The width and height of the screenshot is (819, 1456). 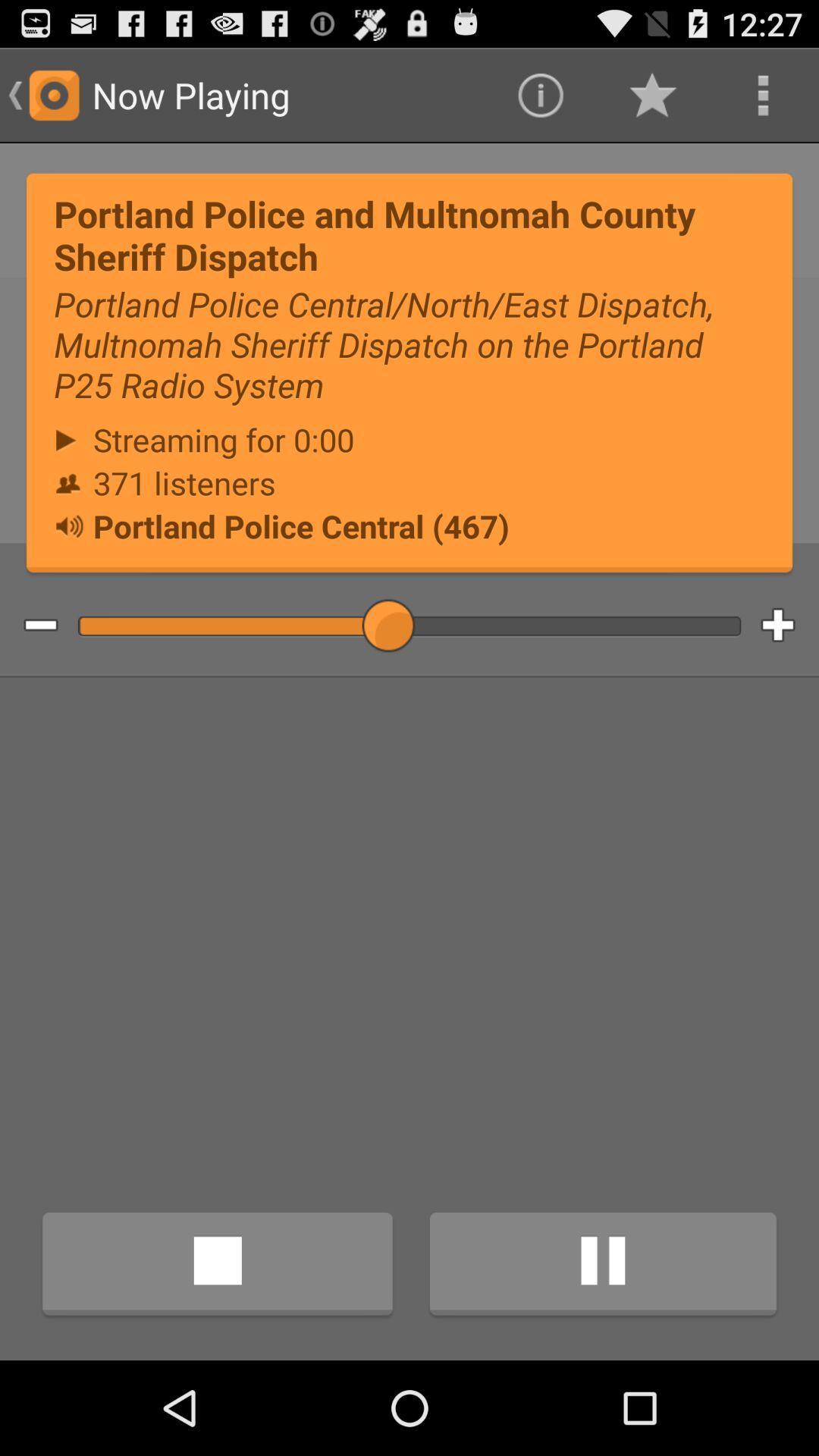 I want to click on decrease the volume, so click(x=29, y=626).